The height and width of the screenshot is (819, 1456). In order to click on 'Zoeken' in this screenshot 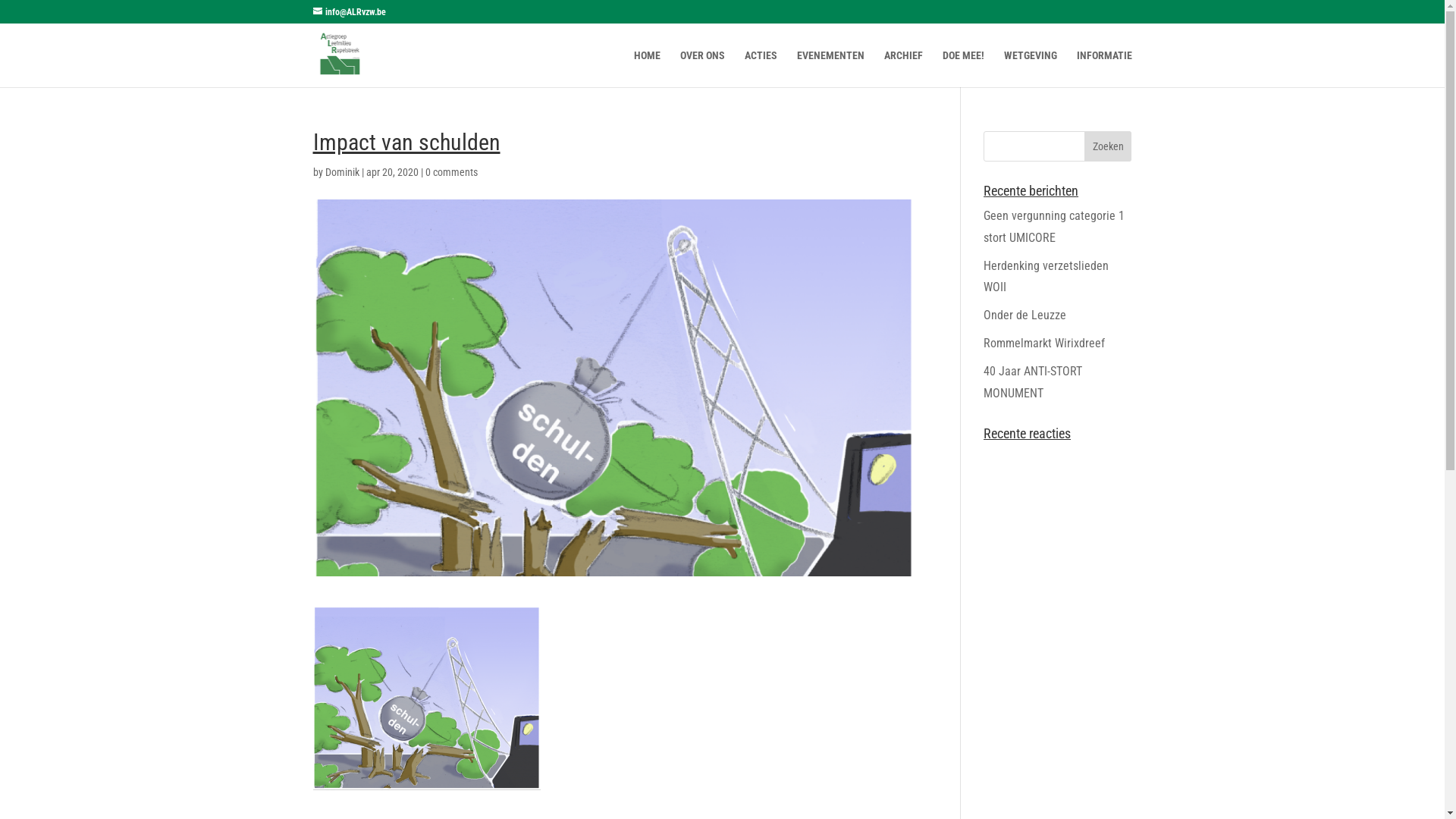, I will do `click(1108, 146)`.